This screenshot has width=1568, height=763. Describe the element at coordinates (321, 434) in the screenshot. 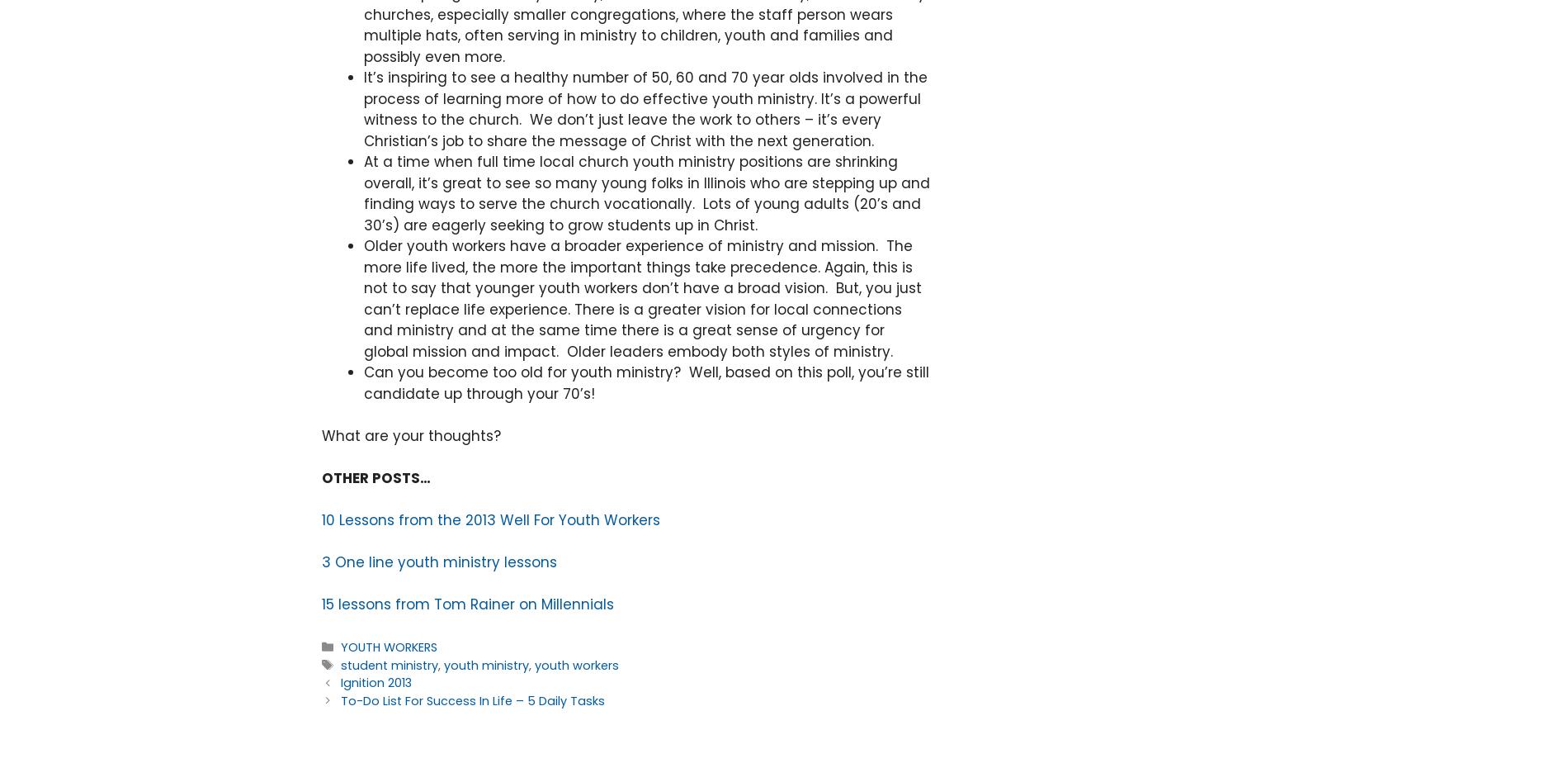

I see `'What are your thoughts?'` at that location.